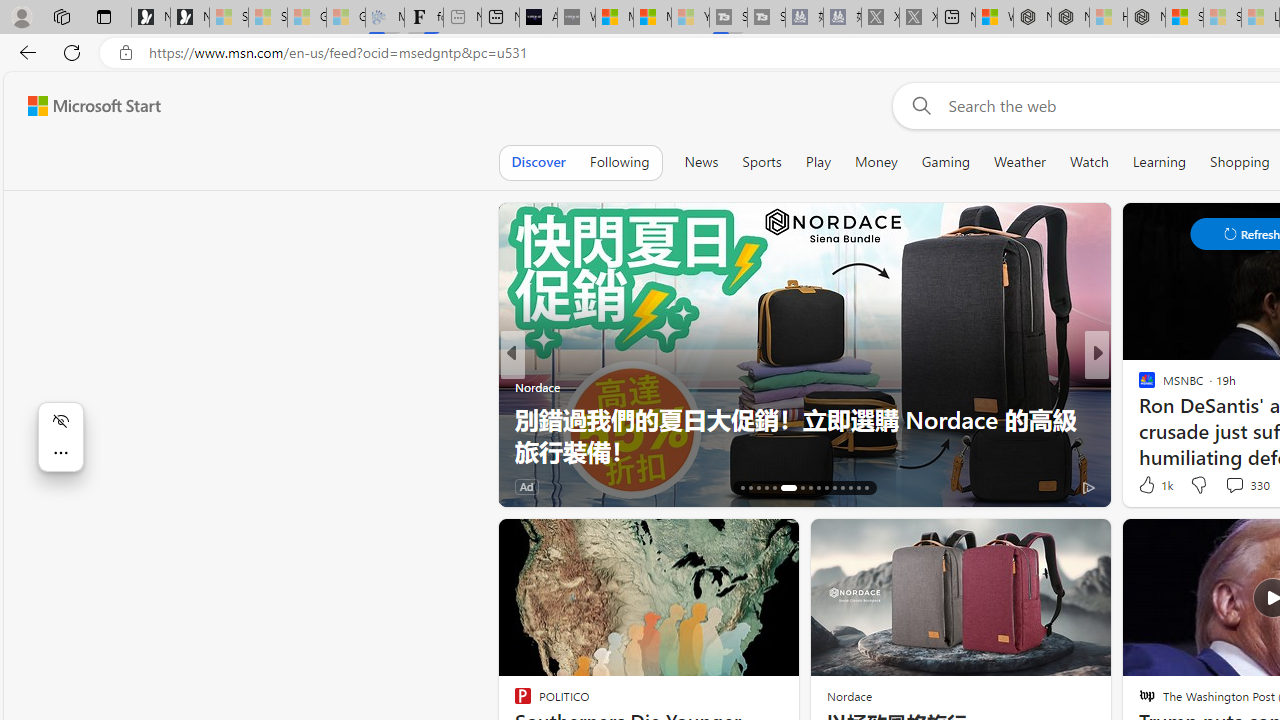  What do you see at coordinates (1228, 486) in the screenshot?
I see `'View comments 1 Comment'` at bounding box center [1228, 486].